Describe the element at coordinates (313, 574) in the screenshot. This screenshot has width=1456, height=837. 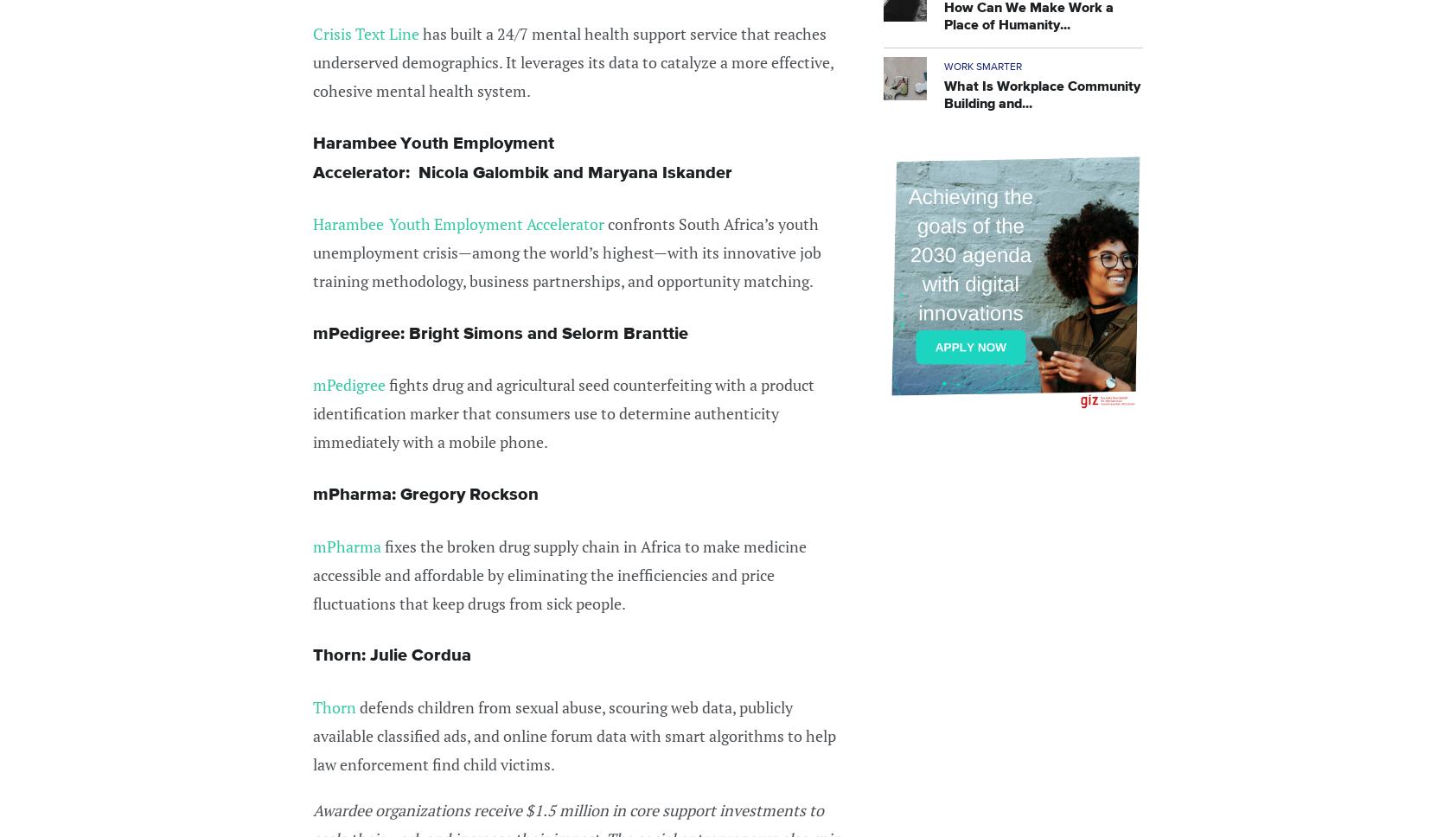
I see `'fixes the broken drug supply chain in Africa to make medicine accessible and affordable by eliminating the inefficiencies and price fluctuations that keep drugs from sick people.'` at that location.